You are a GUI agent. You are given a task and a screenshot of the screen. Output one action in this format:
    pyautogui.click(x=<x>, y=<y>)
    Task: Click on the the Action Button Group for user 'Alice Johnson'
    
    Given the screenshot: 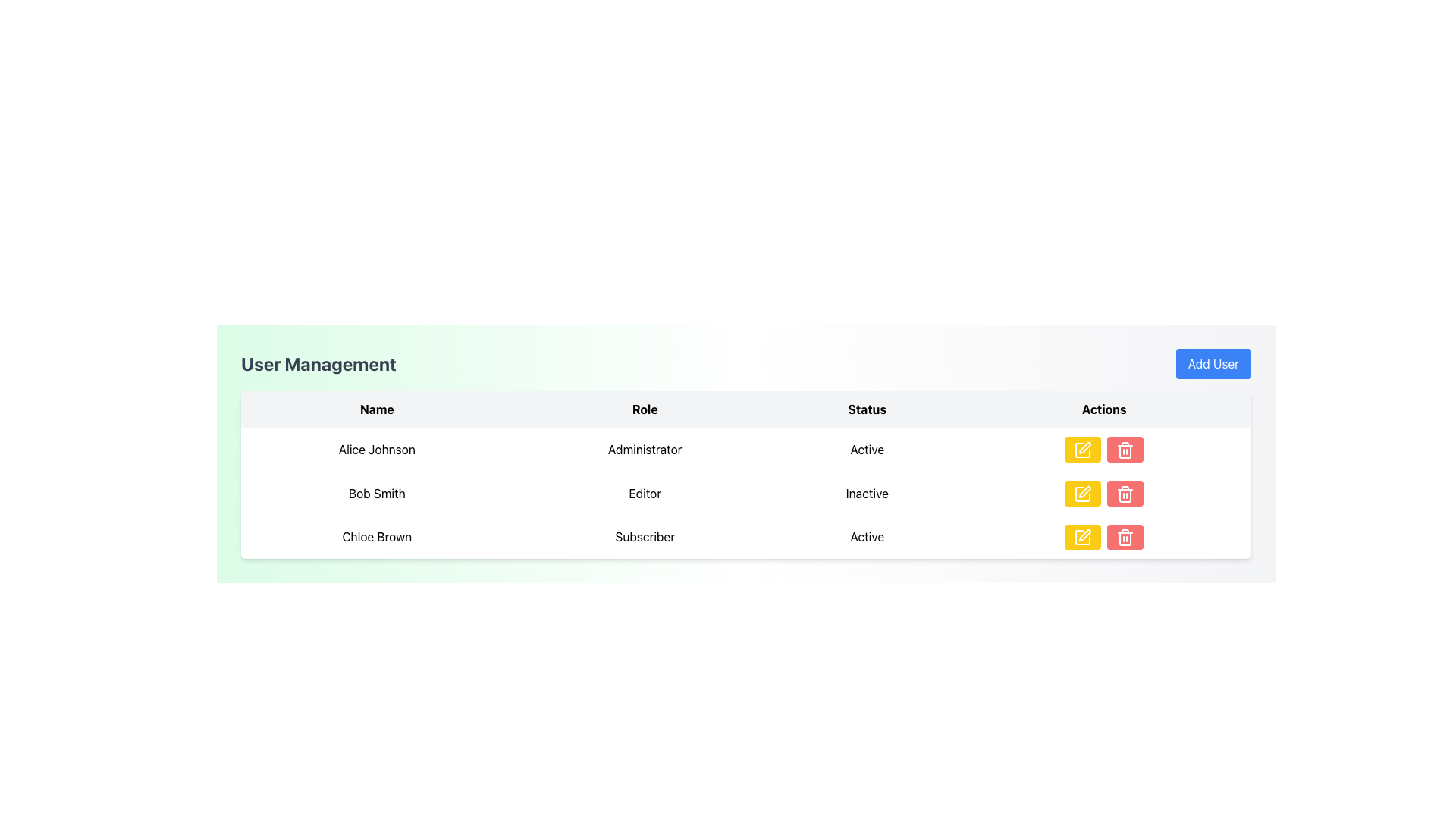 What is the action you would take?
    pyautogui.click(x=1104, y=448)
    